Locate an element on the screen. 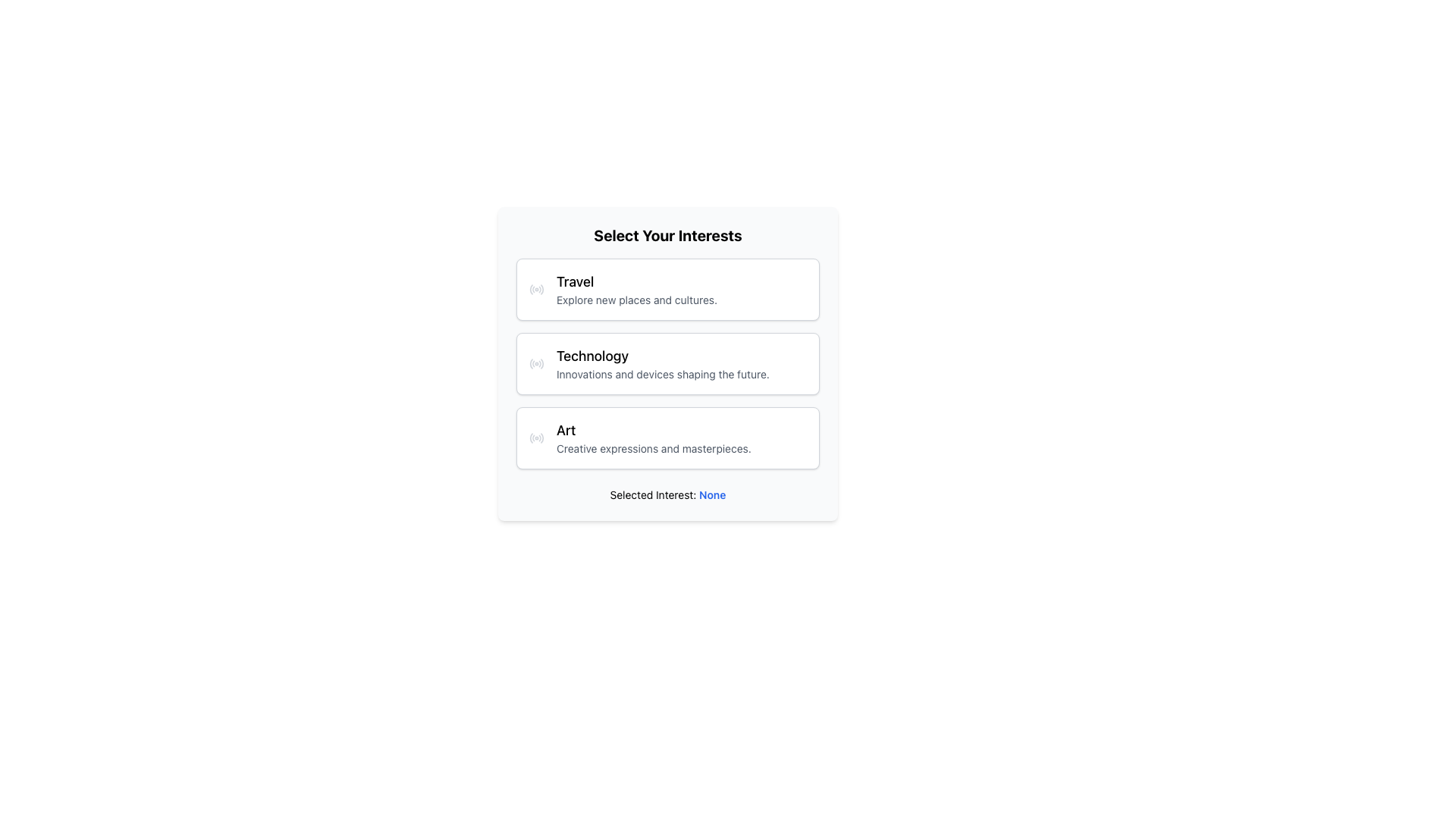 This screenshot has height=819, width=1456. the second item in the 'Select Your Interests' list, which represents the 'Technology' interest selection option is located at coordinates (667, 363).